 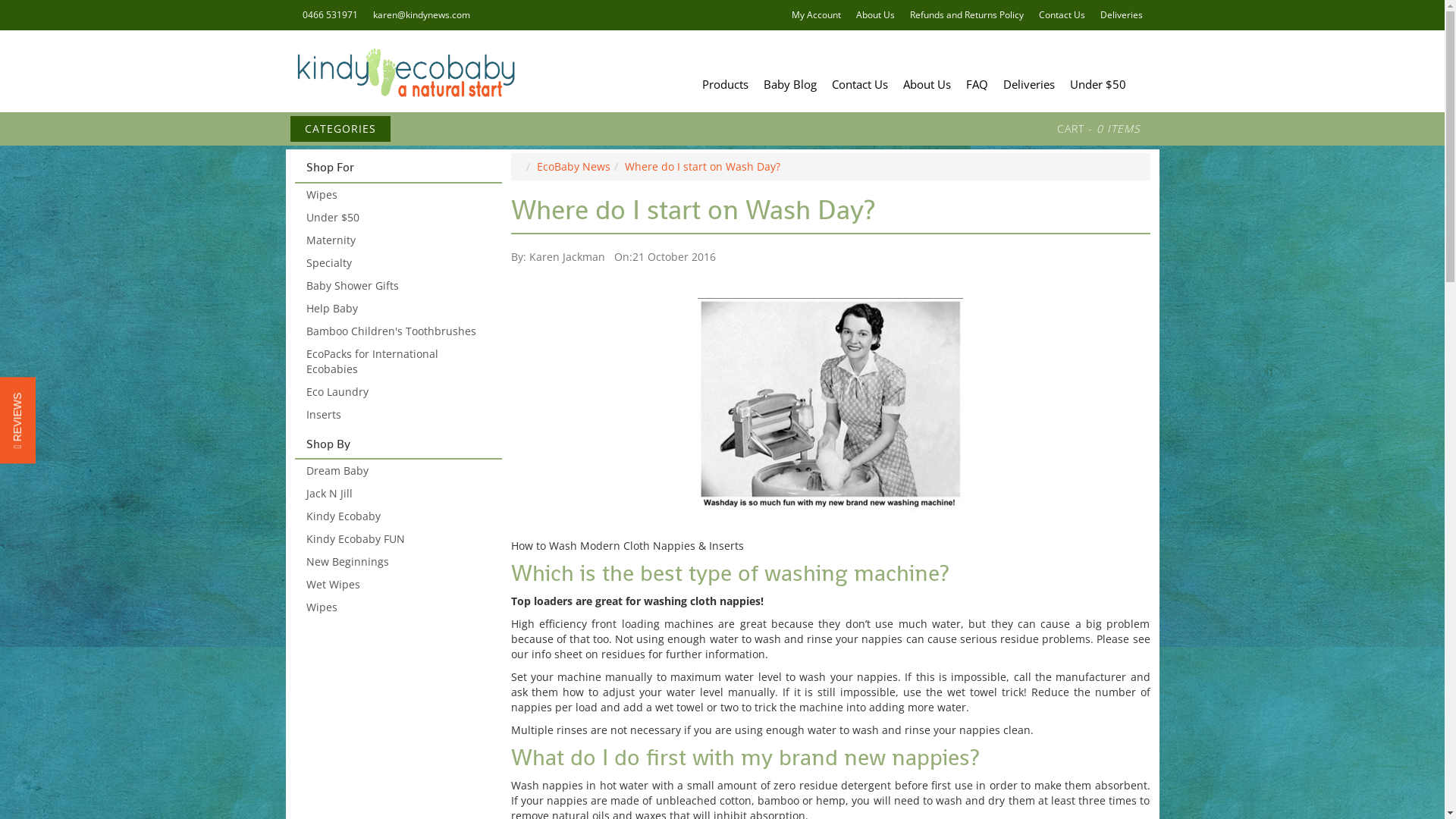 What do you see at coordinates (397, 308) in the screenshot?
I see `'Help Baby'` at bounding box center [397, 308].